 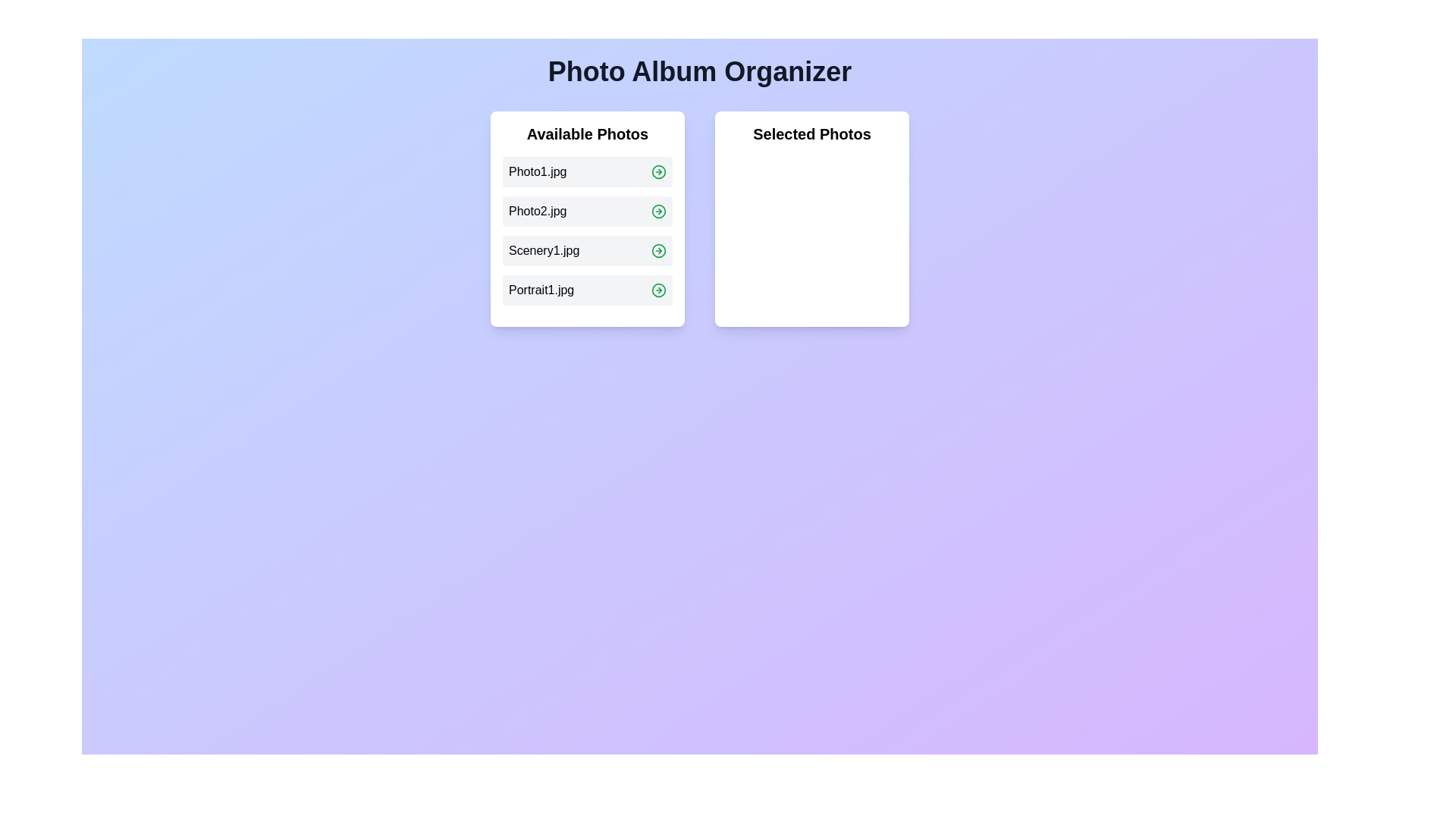 What do you see at coordinates (658, 171) in the screenshot?
I see `the green arrow icon next to the photo named Photo1.jpg to move it to the 'Selected Photos' list` at bounding box center [658, 171].